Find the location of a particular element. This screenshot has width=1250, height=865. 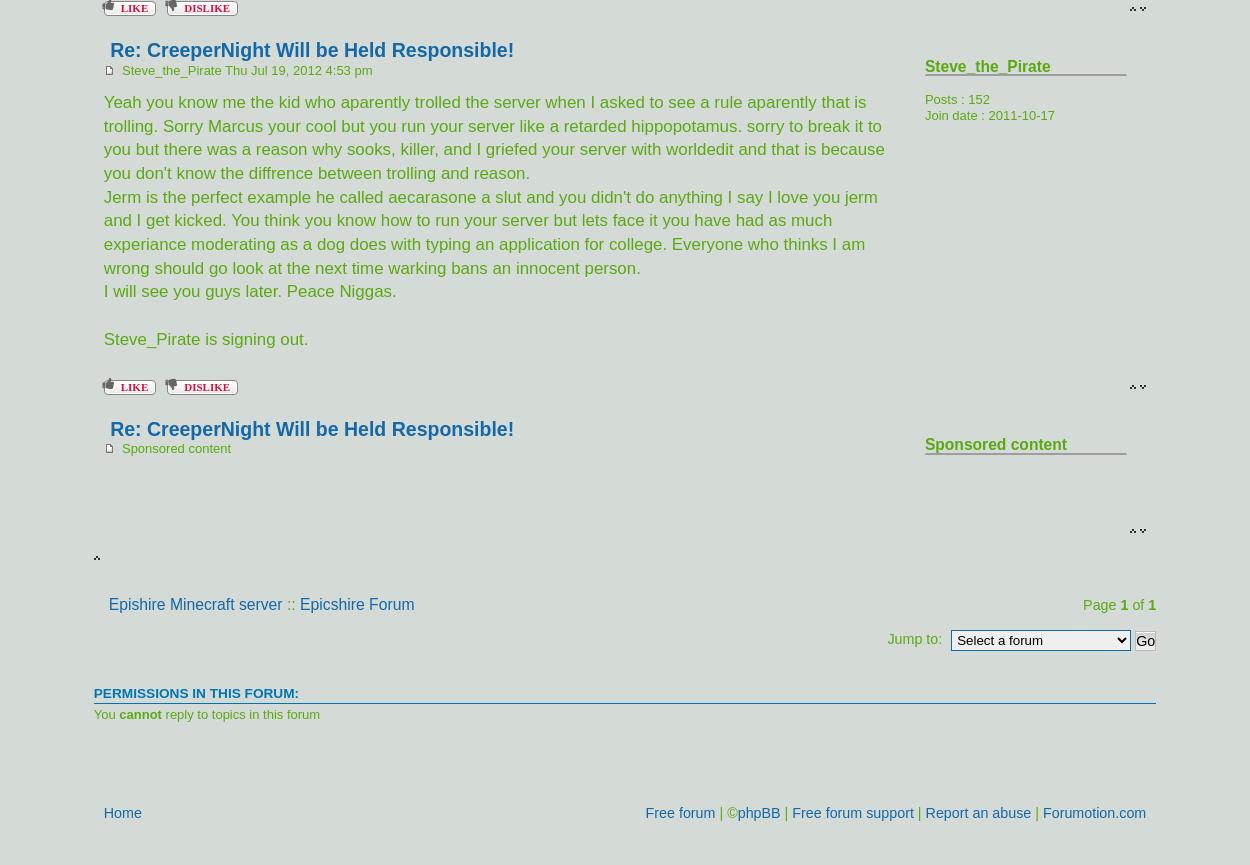

'Steve_the_Pirate' is located at coordinates (986, 65).